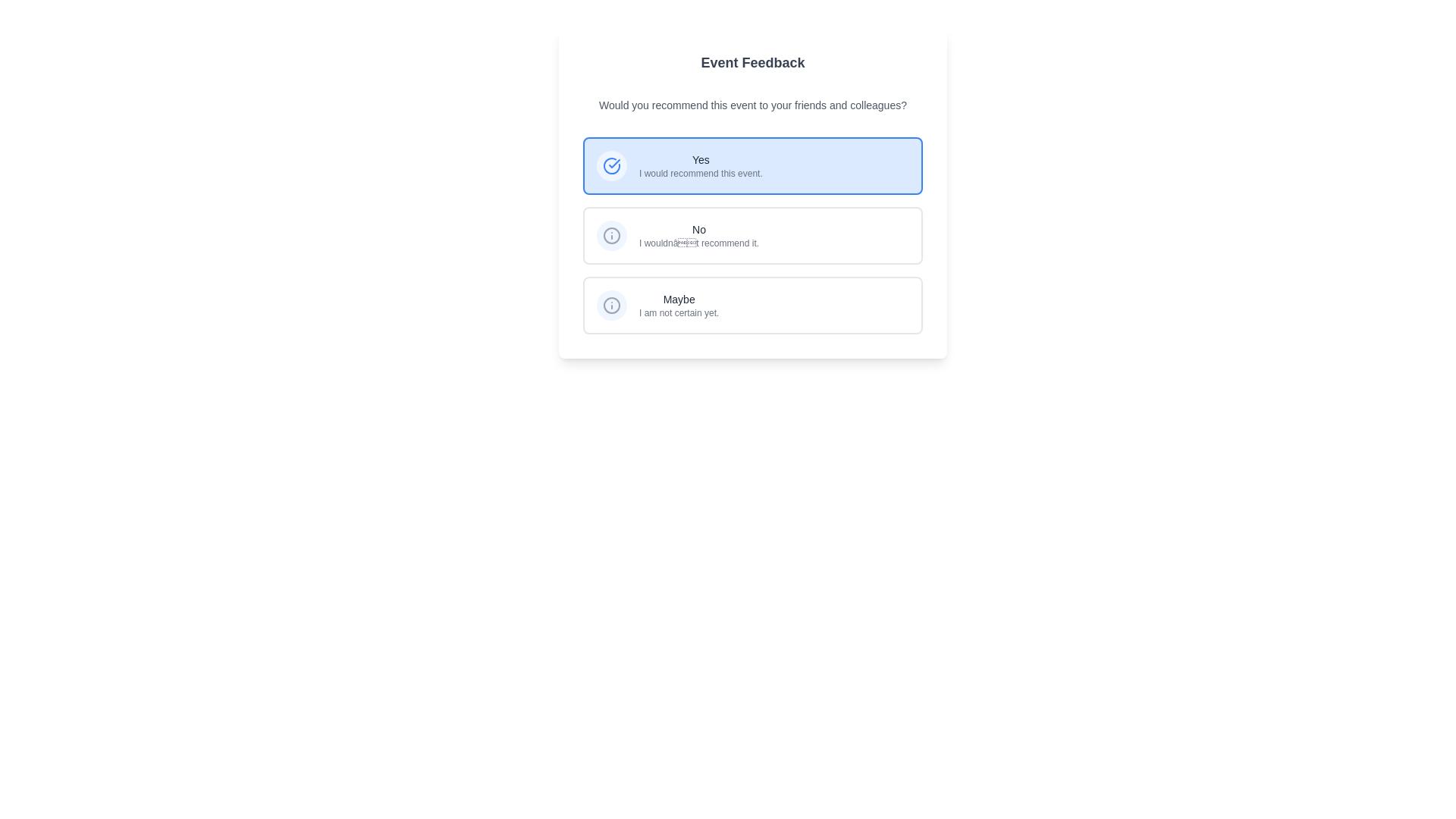 This screenshot has width=1456, height=819. I want to click on the third selectable option box in the vertical list of feedback options, so click(753, 305).